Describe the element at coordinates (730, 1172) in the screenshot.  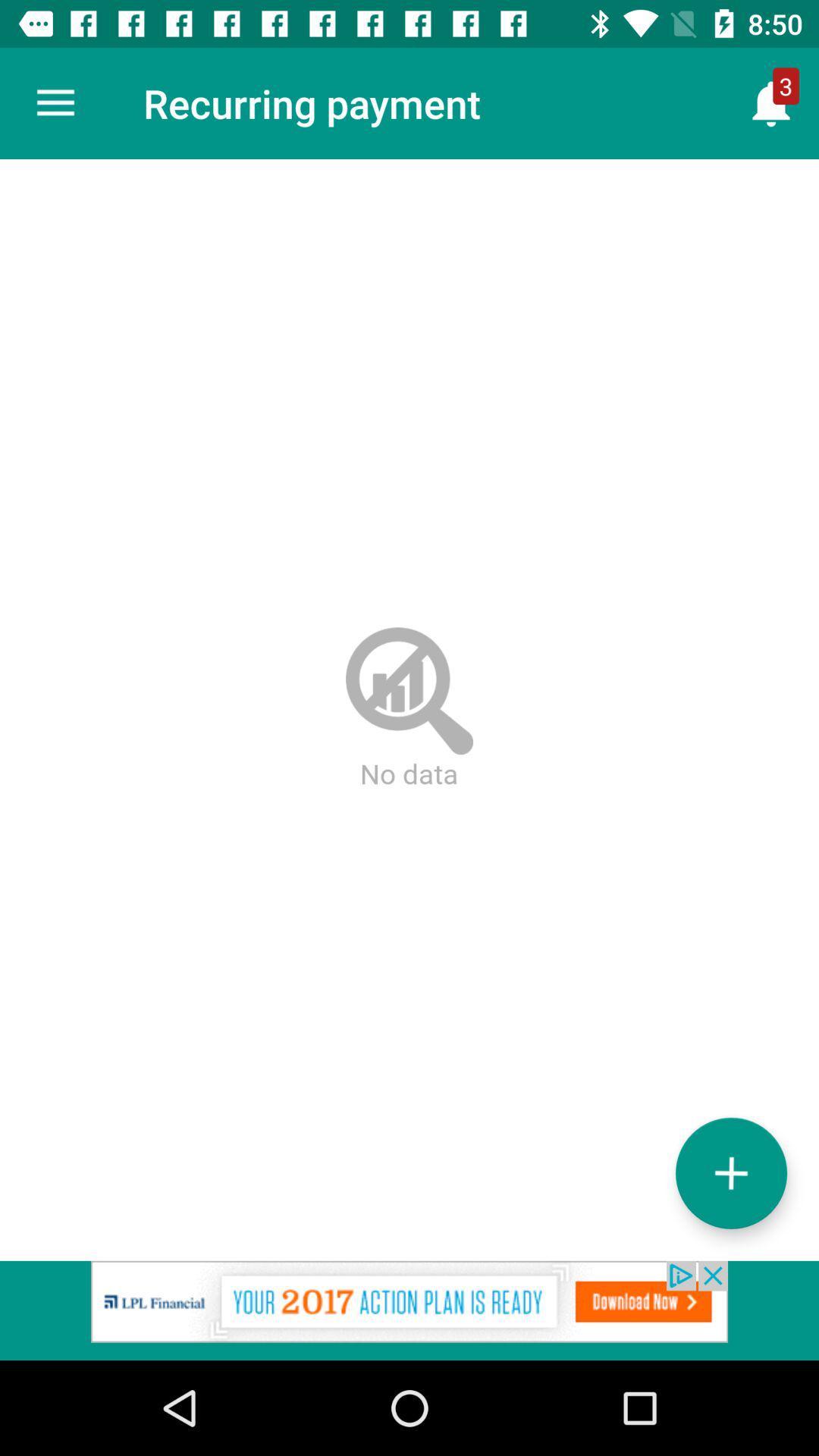
I see `new` at that location.